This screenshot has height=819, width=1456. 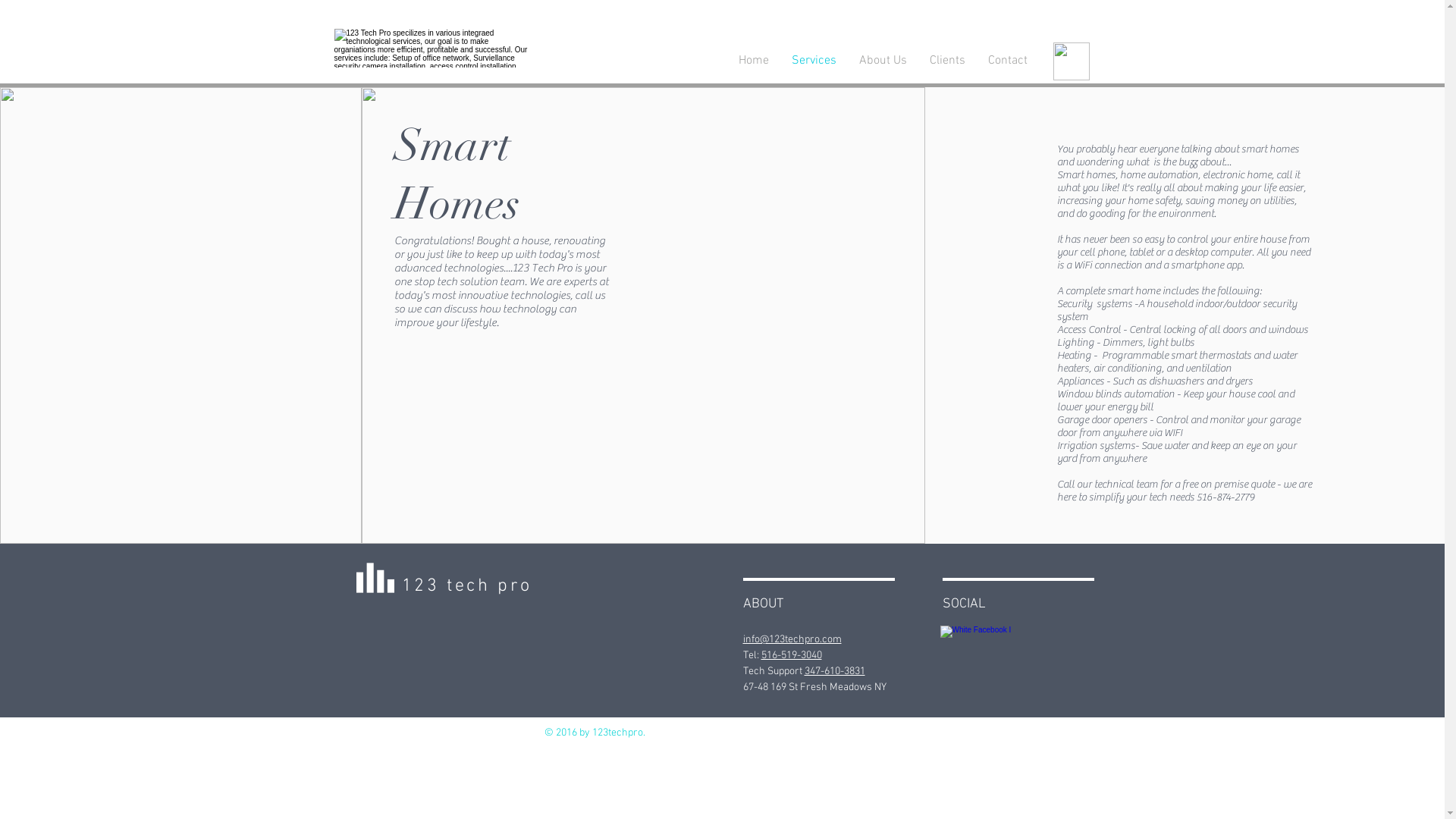 I want to click on 'info@123techpro.com', so click(x=792, y=639).